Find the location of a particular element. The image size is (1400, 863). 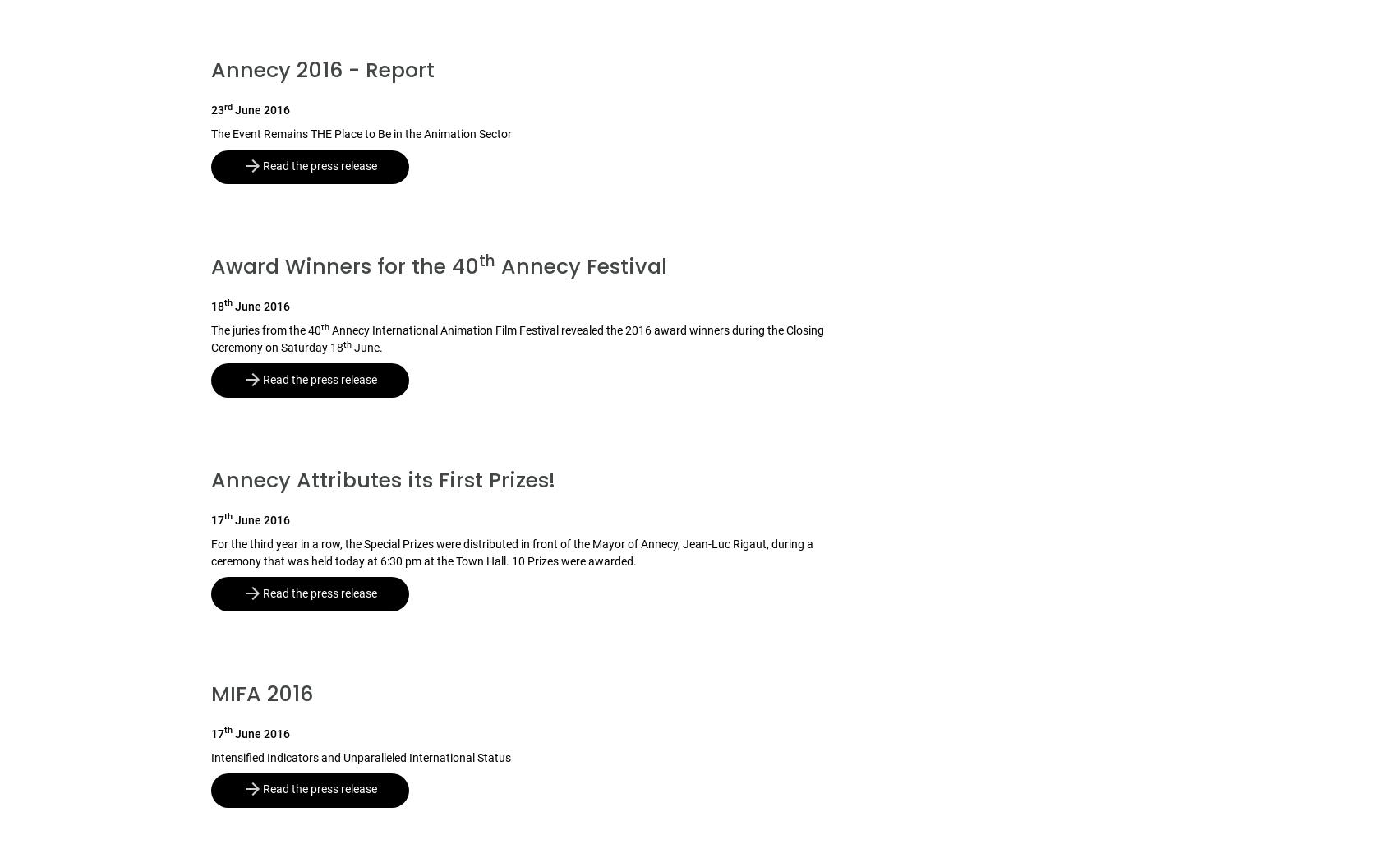

'Annecy 2016 - Report' is located at coordinates (321, 70).